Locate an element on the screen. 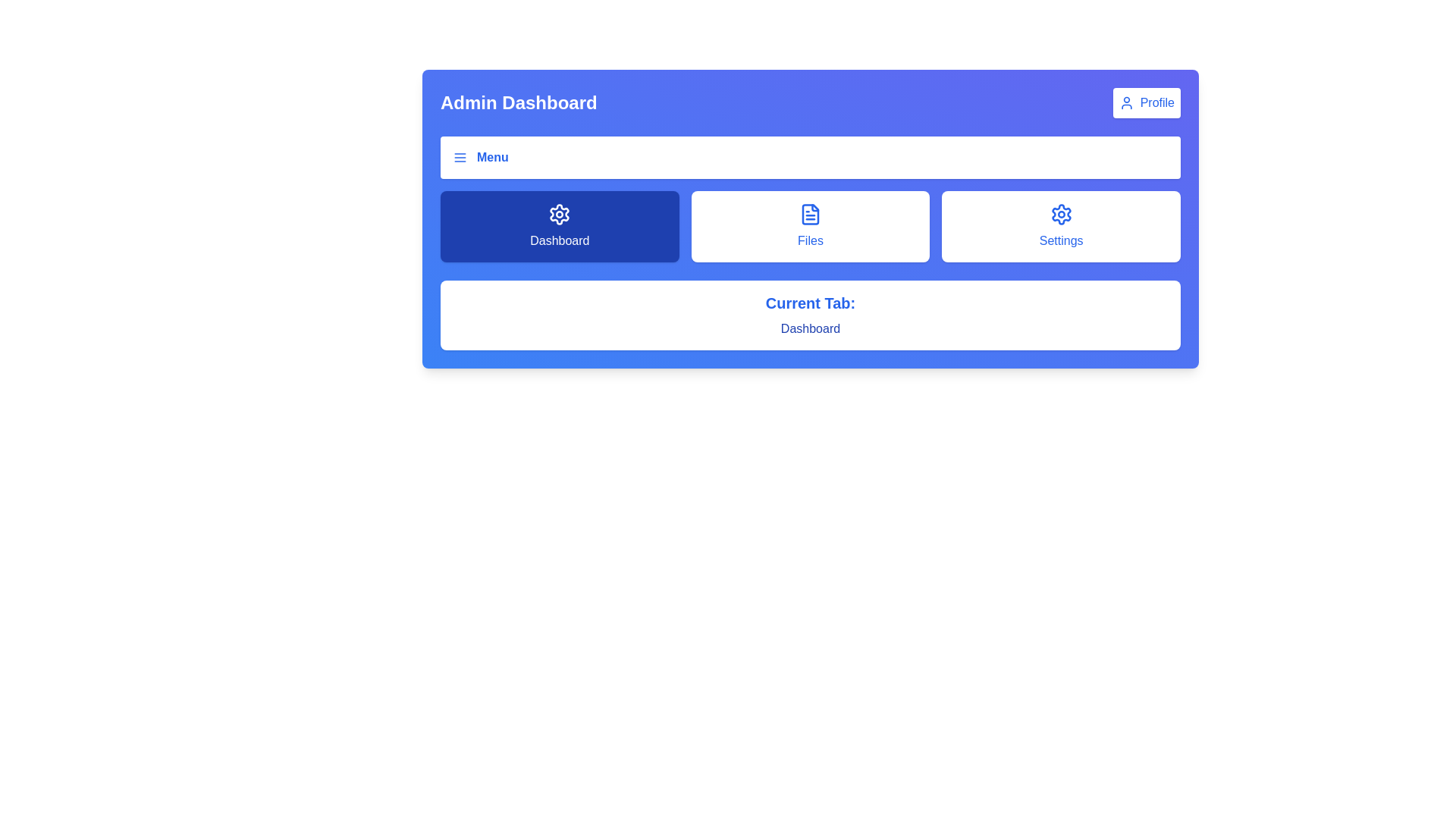 The width and height of the screenshot is (1456, 819). the button located in the top-left section of the interface, preceding the 'Menu' label is located at coordinates (459, 158).